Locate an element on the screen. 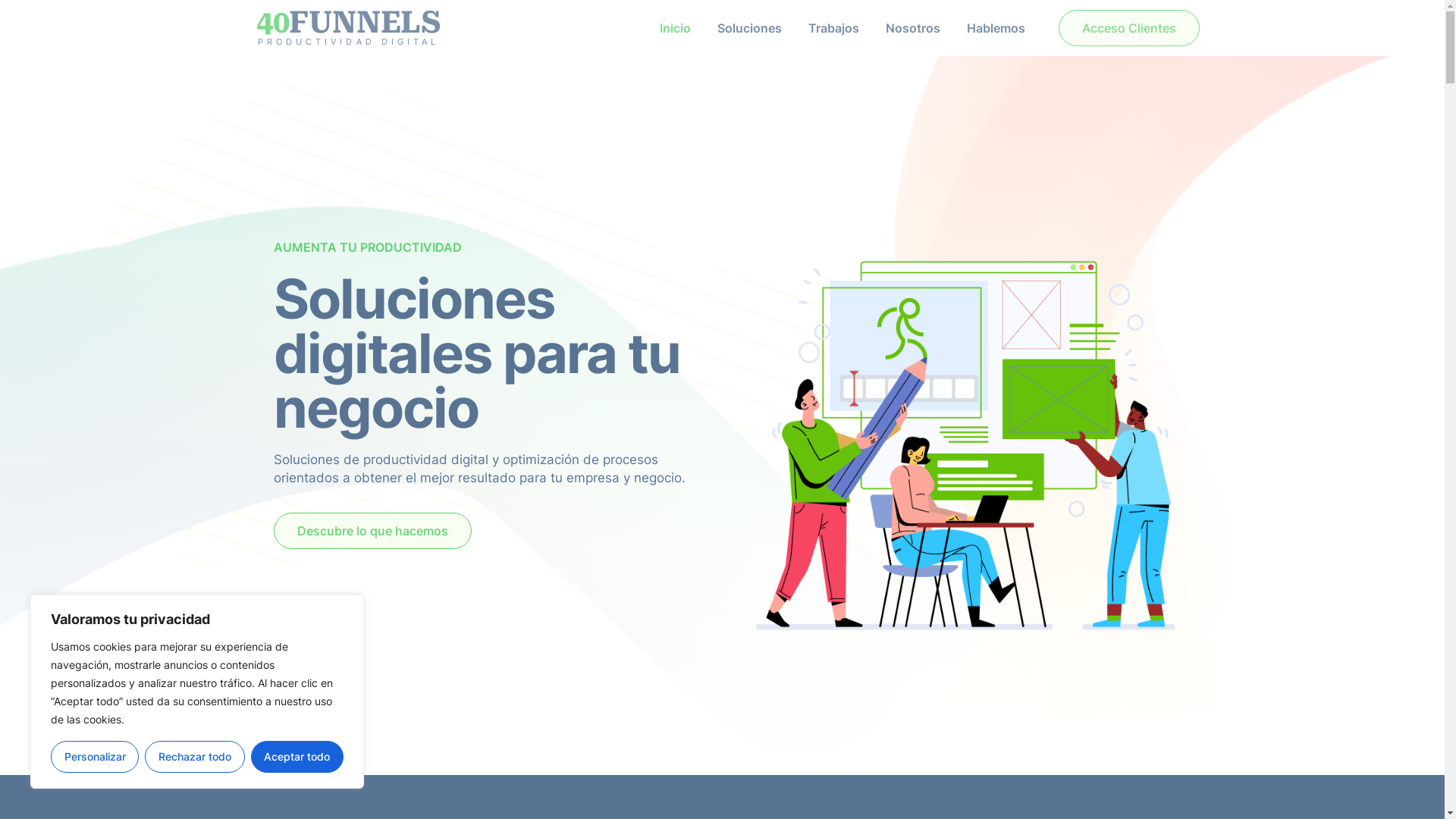 The height and width of the screenshot is (819, 1456). 'Soluciones' is located at coordinates (749, 28).